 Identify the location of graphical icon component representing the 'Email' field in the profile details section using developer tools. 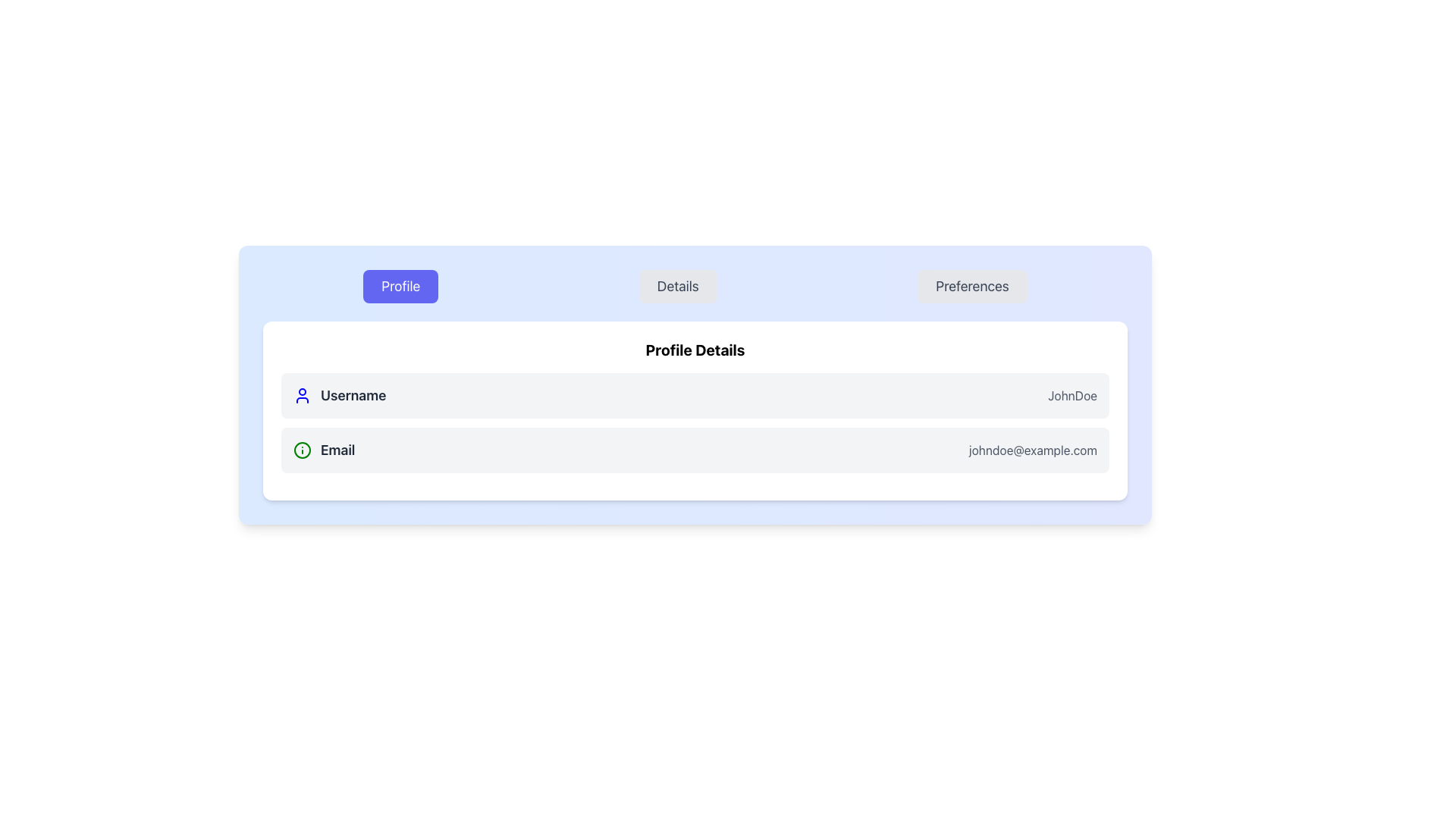
(302, 450).